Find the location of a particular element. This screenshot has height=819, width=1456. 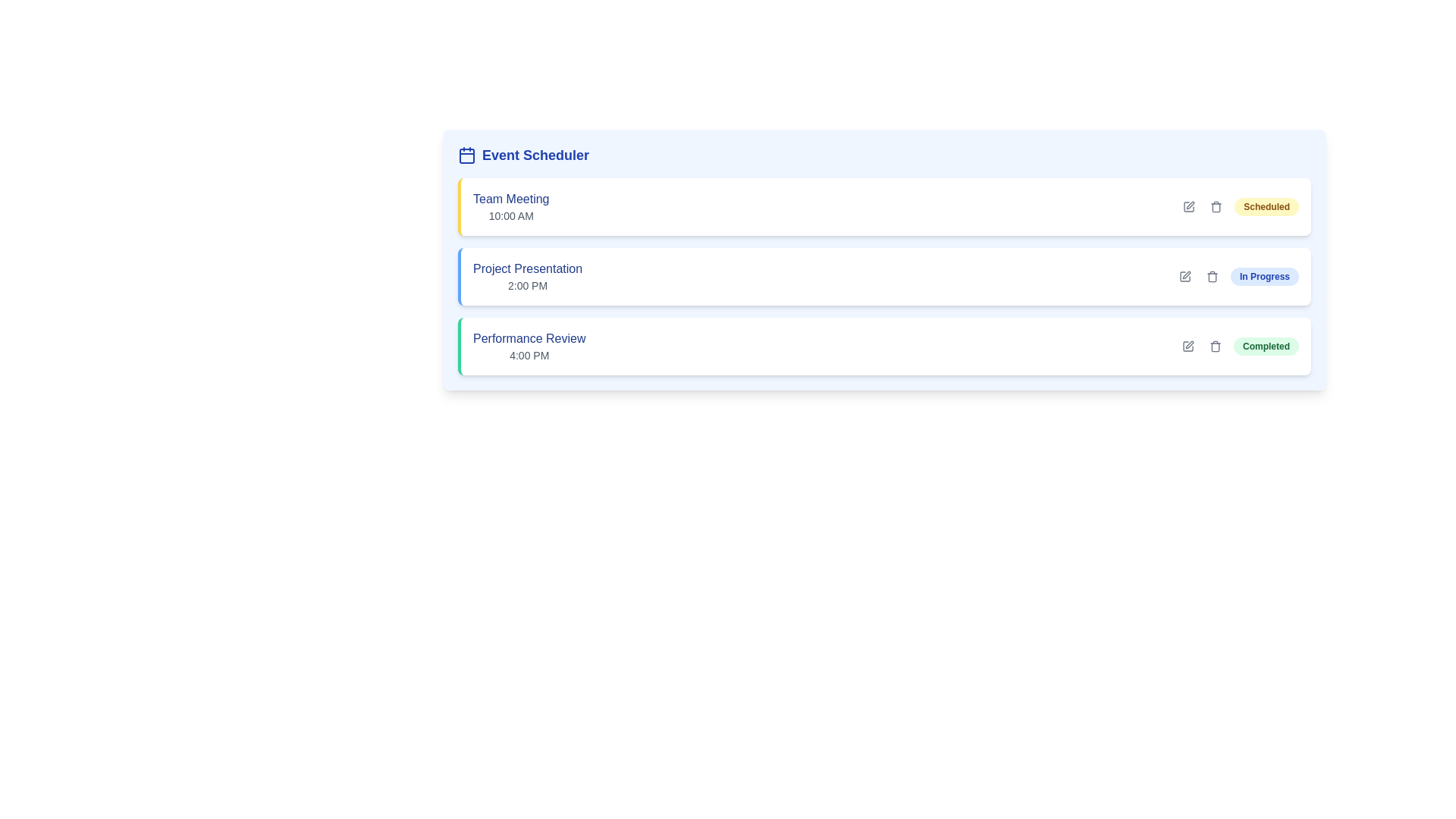

the Status indicator label that signifies the event status, specifically indicating 'Scheduled' for the 'Team Meeting' item is located at coordinates (1266, 207).